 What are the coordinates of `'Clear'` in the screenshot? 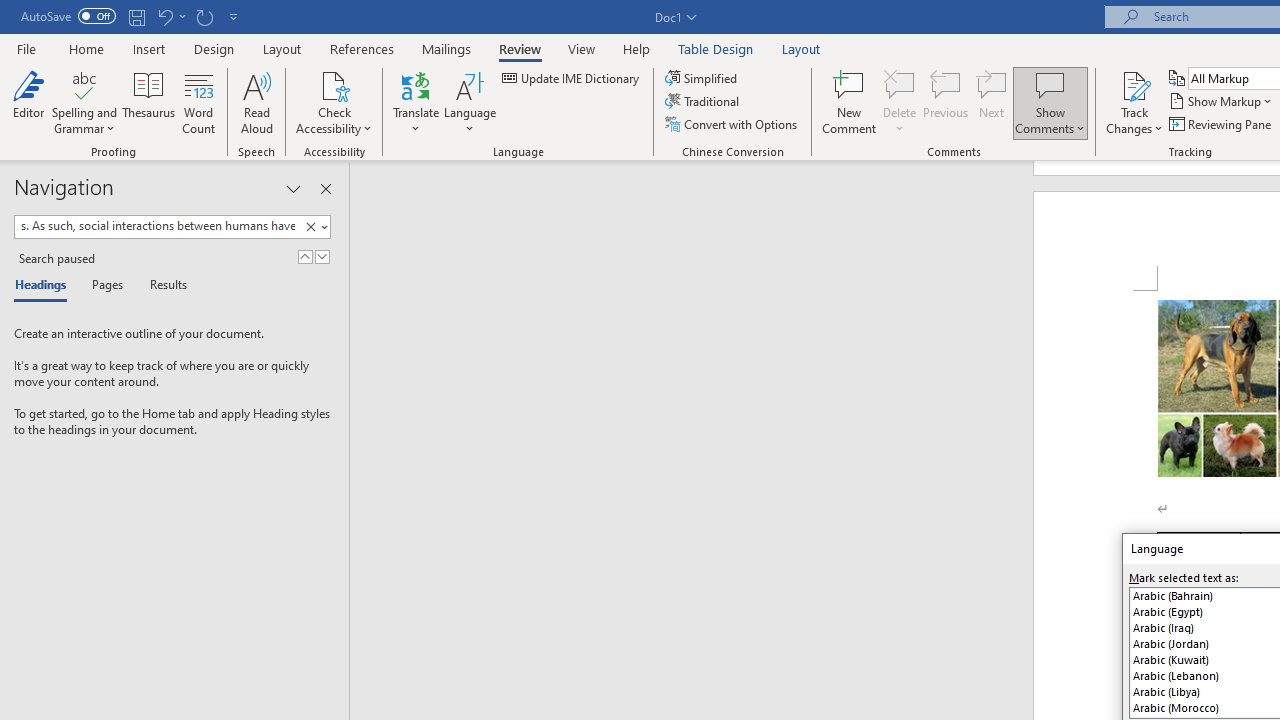 It's located at (310, 226).